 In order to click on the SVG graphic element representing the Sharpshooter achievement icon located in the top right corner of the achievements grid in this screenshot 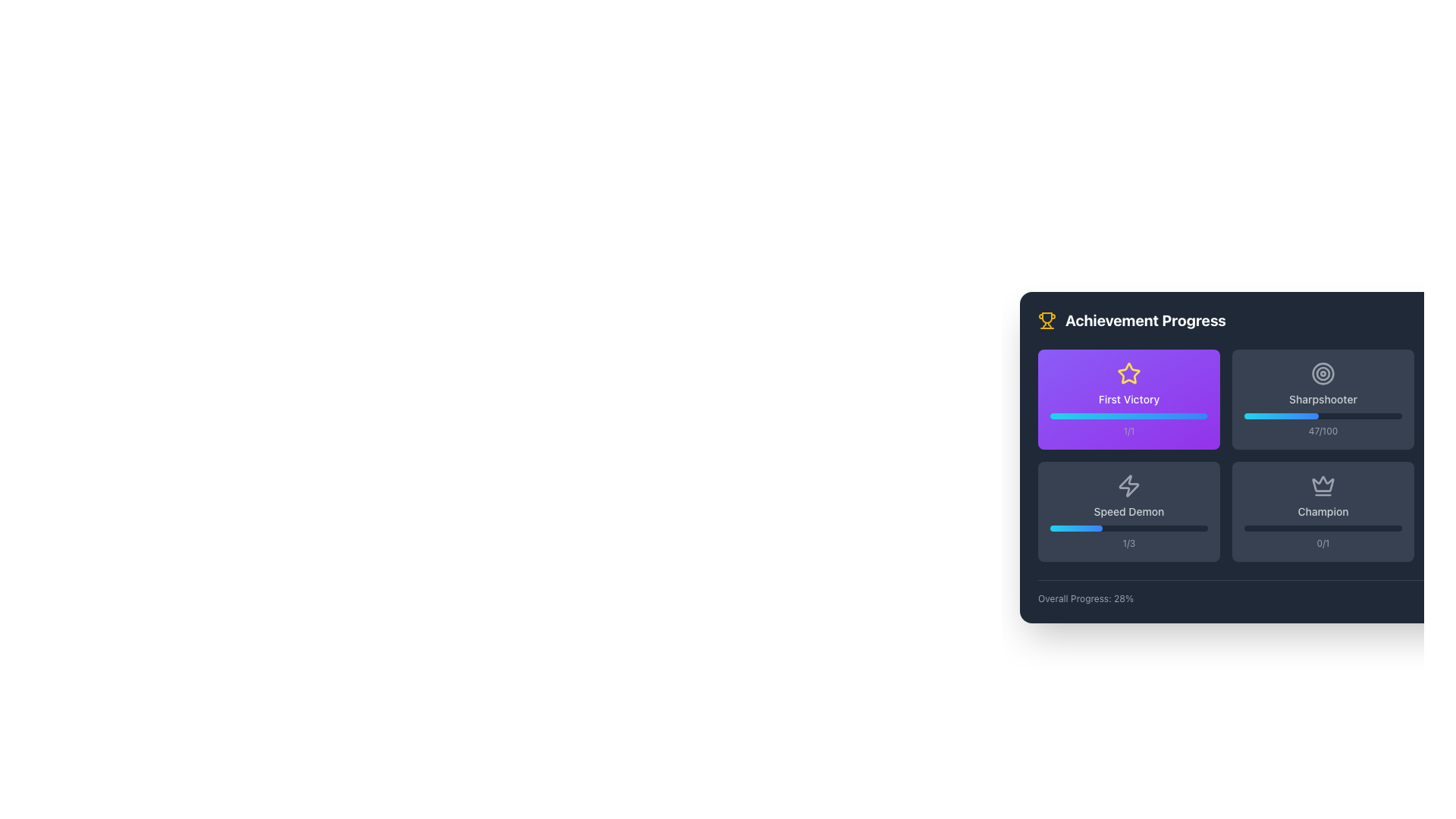, I will do `click(1323, 374)`.